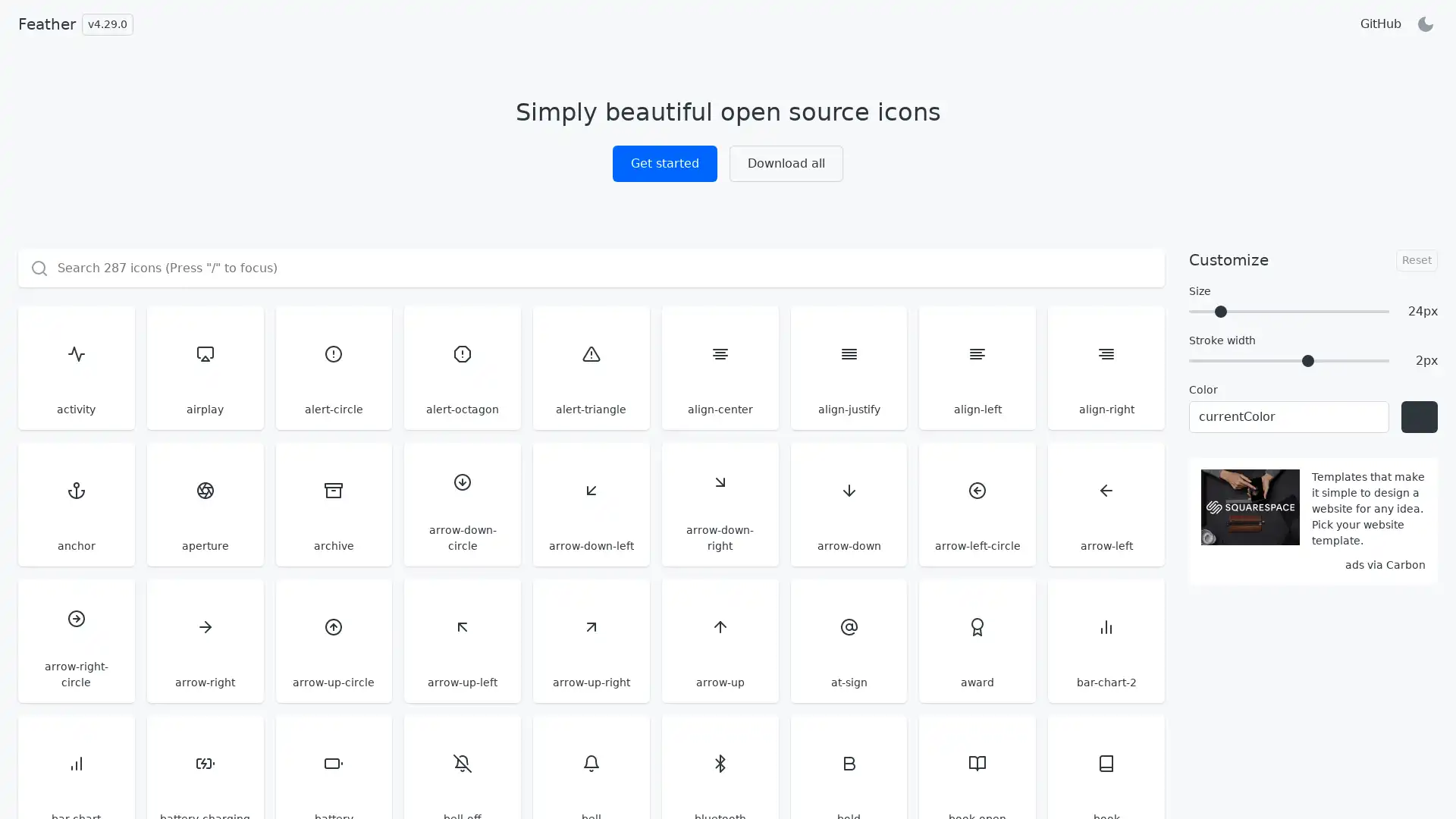 Image resolution: width=1456 pixels, height=819 pixels. Describe the element at coordinates (847, 368) in the screenshot. I see `align-justify` at that location.